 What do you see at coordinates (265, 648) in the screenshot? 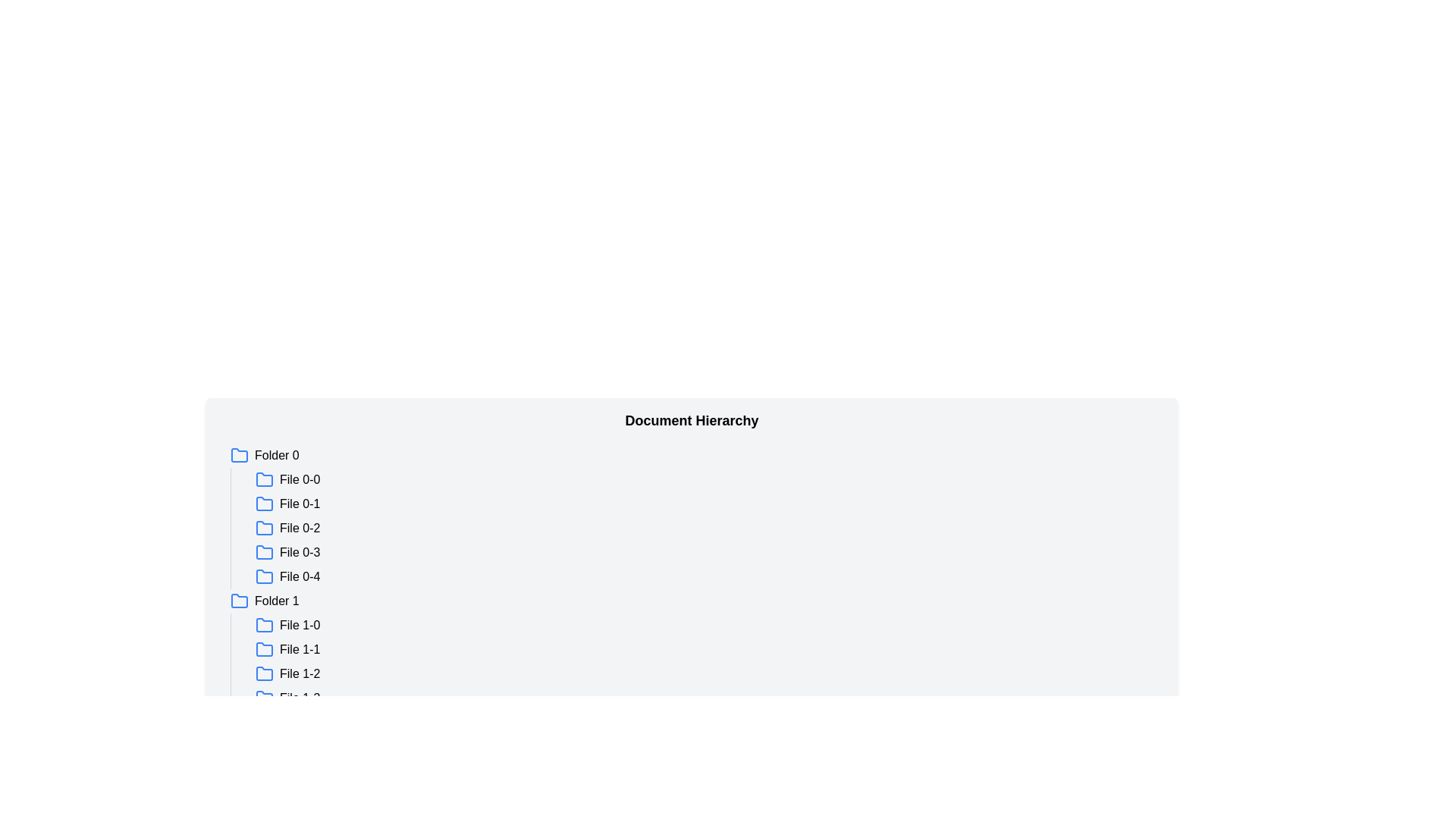
I see `the folder icon located next to 'File 1-1' in the 'Folder 1' section` at bounding box center [265, 648].